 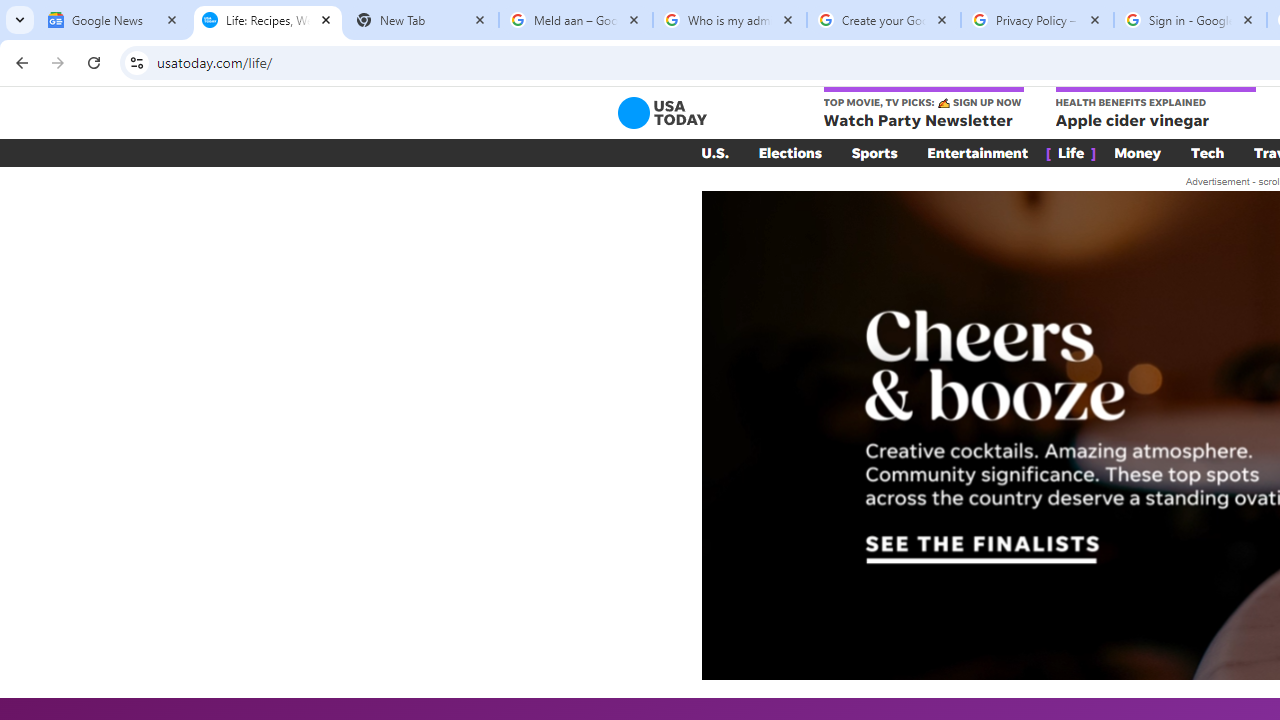 I want to click on 'Create your Google Account', so click(x=882, y=20).